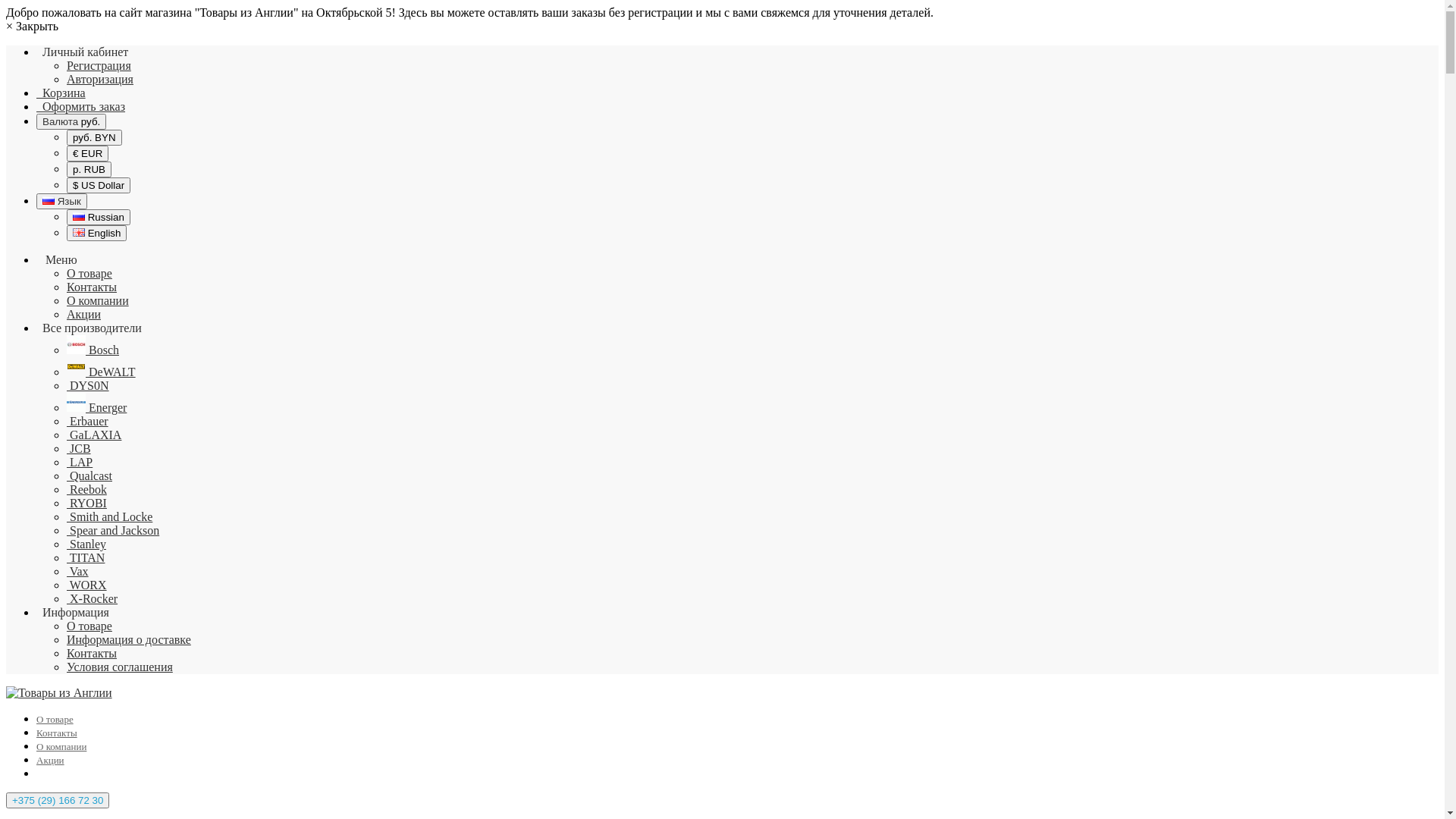  Describe the element at coordinates (58, 799) in the screenshot. I see `'+375 (29) 166 72 30'` at that location.